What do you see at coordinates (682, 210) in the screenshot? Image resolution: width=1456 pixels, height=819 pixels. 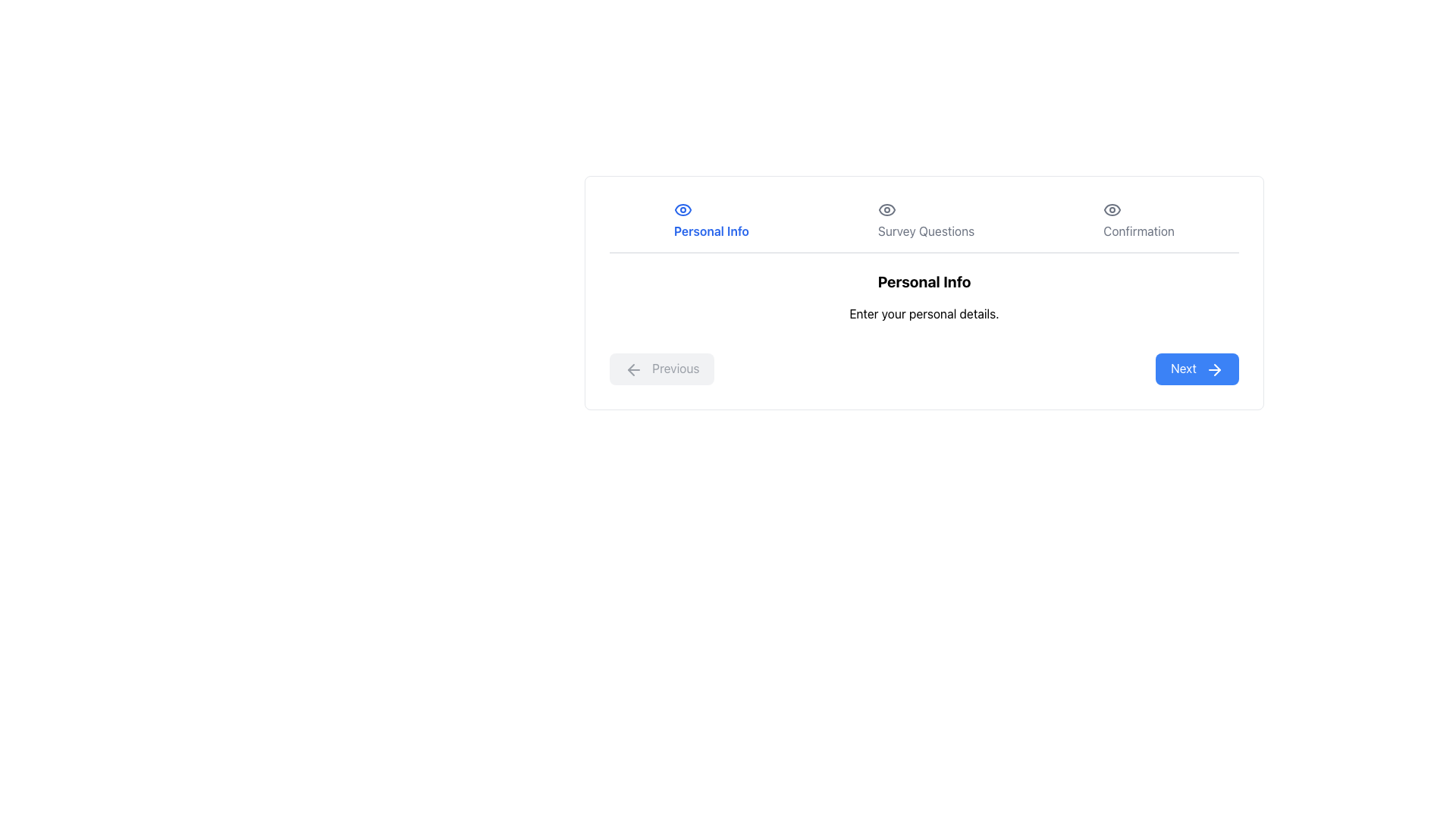 I see `the 'Personal Info' icon located to the left of the texts 'Survey Questions' and 'Confirmation', and directly above the text 'Personal Info'` at bounding box center [682, 210].